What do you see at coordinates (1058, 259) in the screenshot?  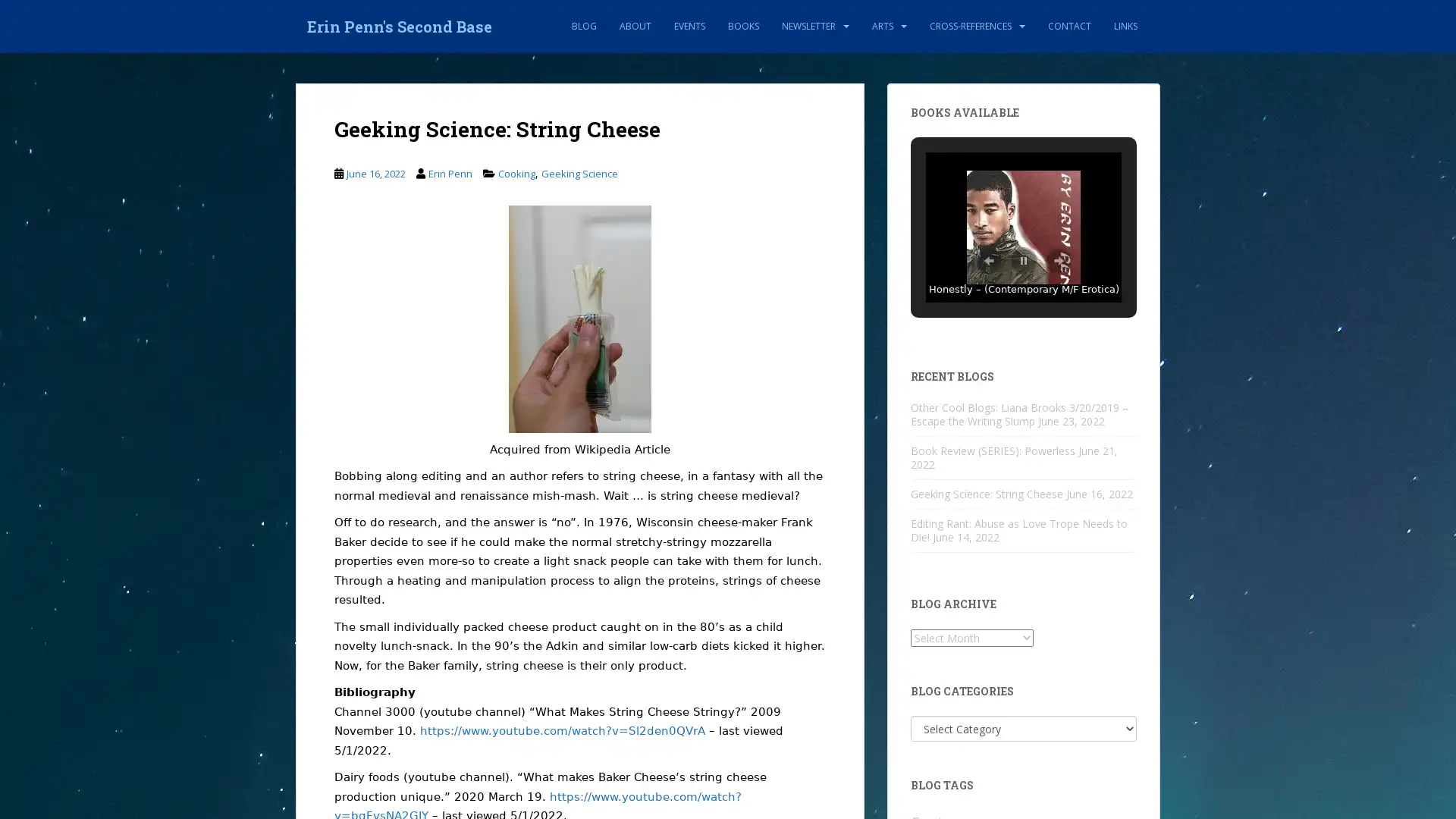 I see `Next Slide` at bounding box center [1058, 259].